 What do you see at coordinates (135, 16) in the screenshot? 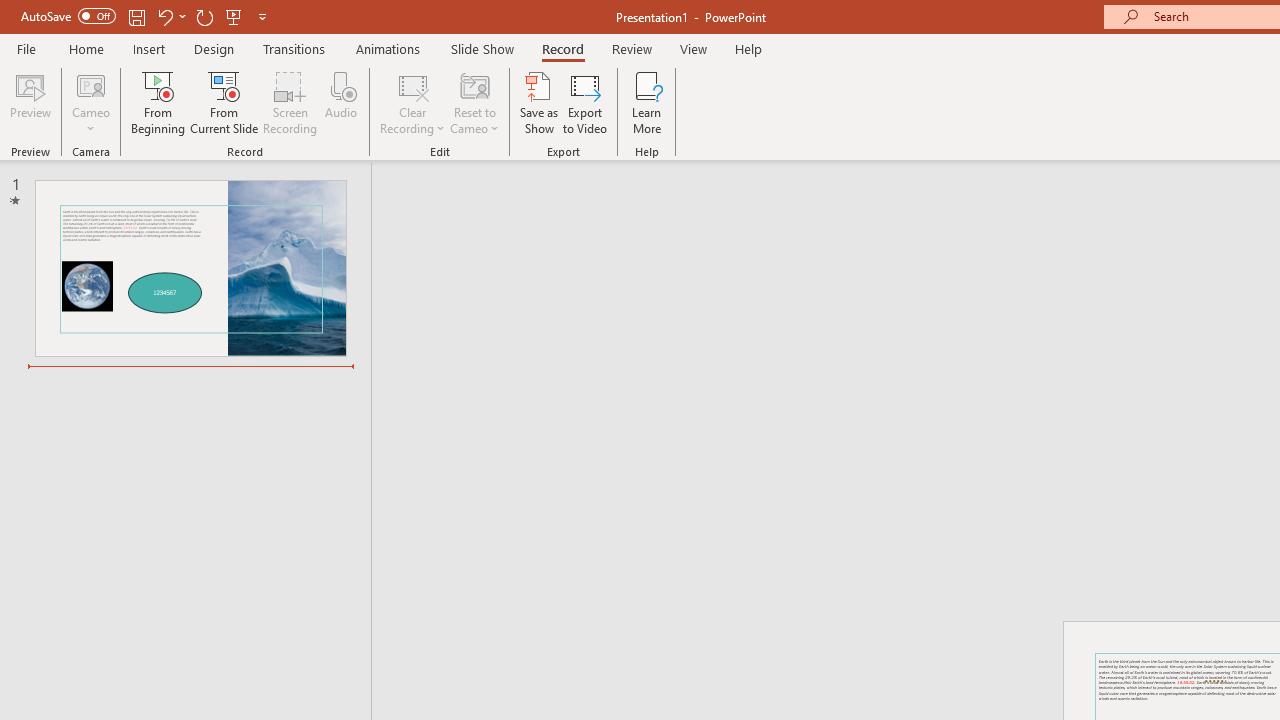
I see `'Save'` at bounding box center [135, 16].